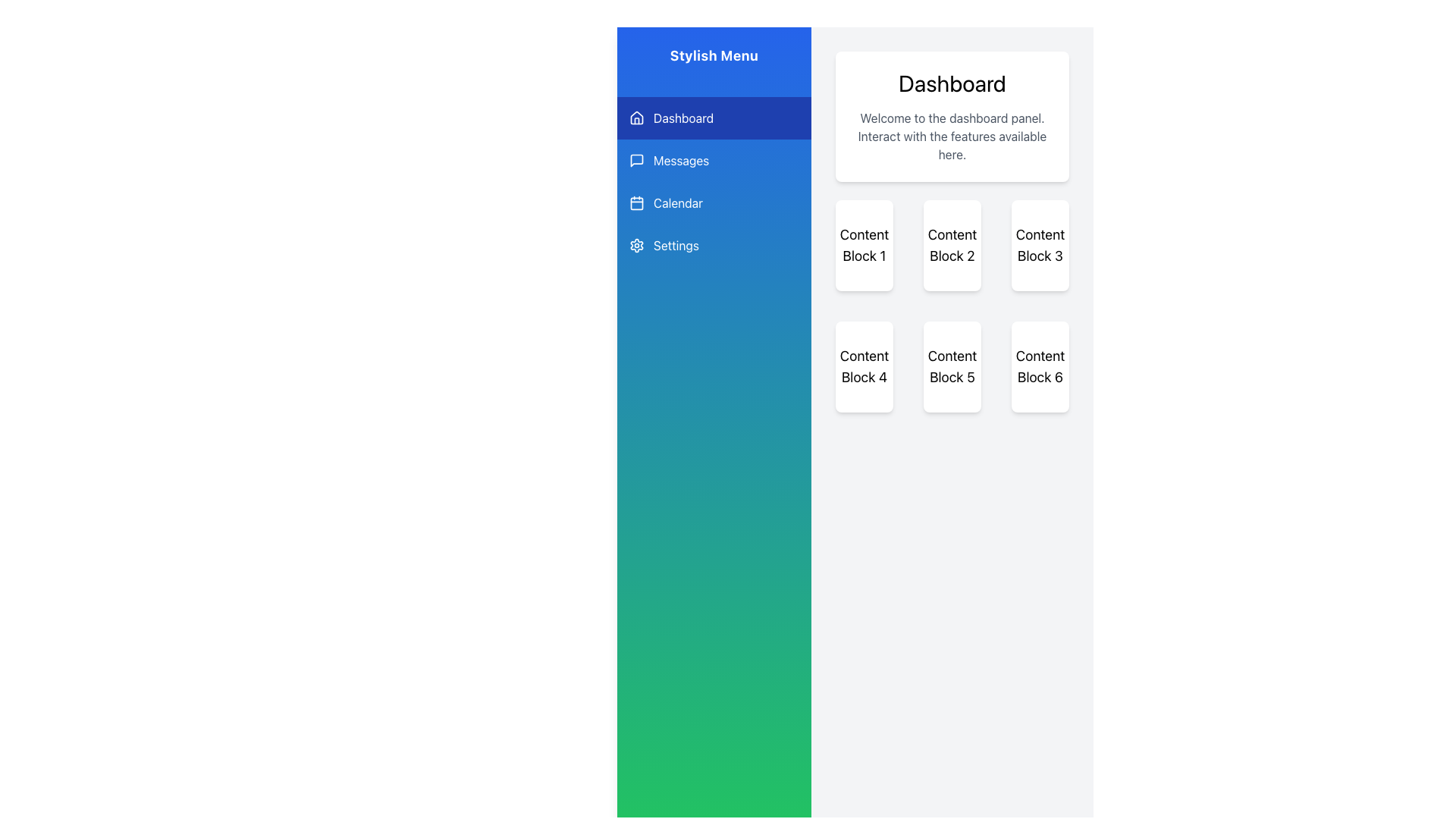 This screenshot has width=1456, height=819. Describe the element at coordinates (1040, 366) in the screenshot. I see `the third content block in the second row of the grid layout, located in the middle-right region of the interface` at that location.